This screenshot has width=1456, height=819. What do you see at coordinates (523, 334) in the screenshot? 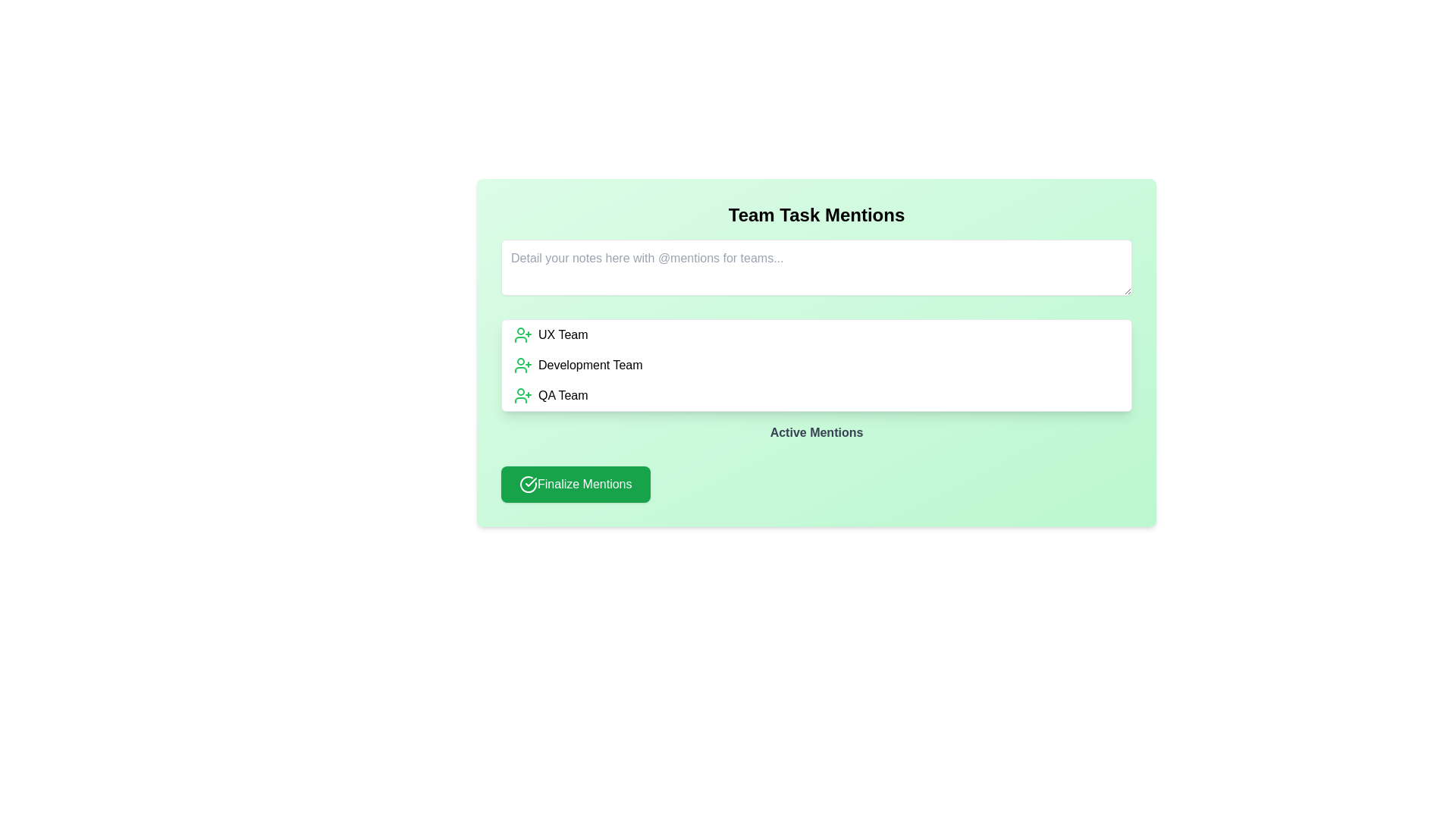
I see `the icon that indicates an action associated with adding or interacting with the 'UX Team', located at the top position in the list of team mentions, directly preceding the text 'UX Team'` at bounding box center [523, 334].